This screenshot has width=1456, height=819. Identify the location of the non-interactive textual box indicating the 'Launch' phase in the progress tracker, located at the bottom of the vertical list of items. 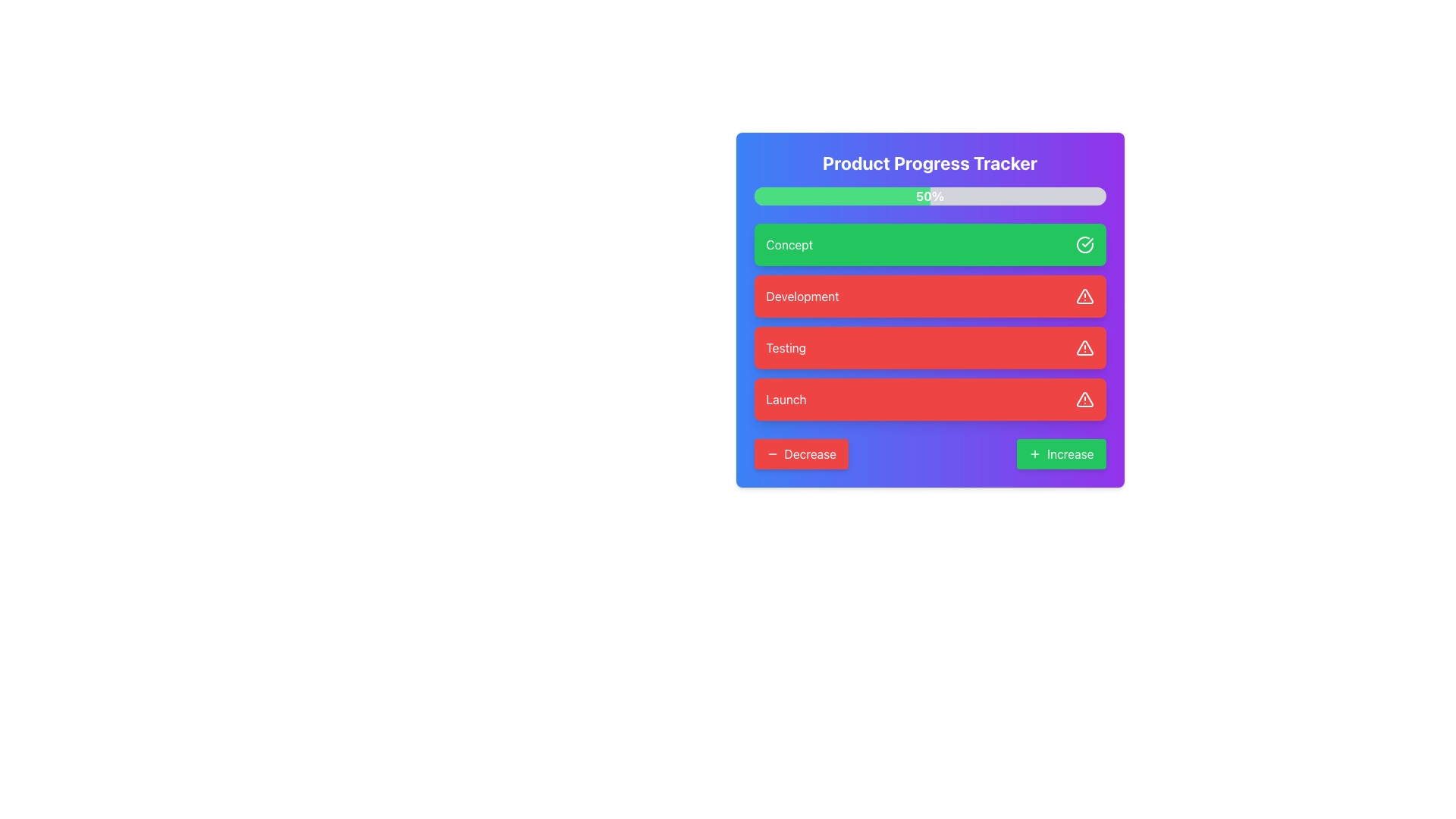
(929, 399).